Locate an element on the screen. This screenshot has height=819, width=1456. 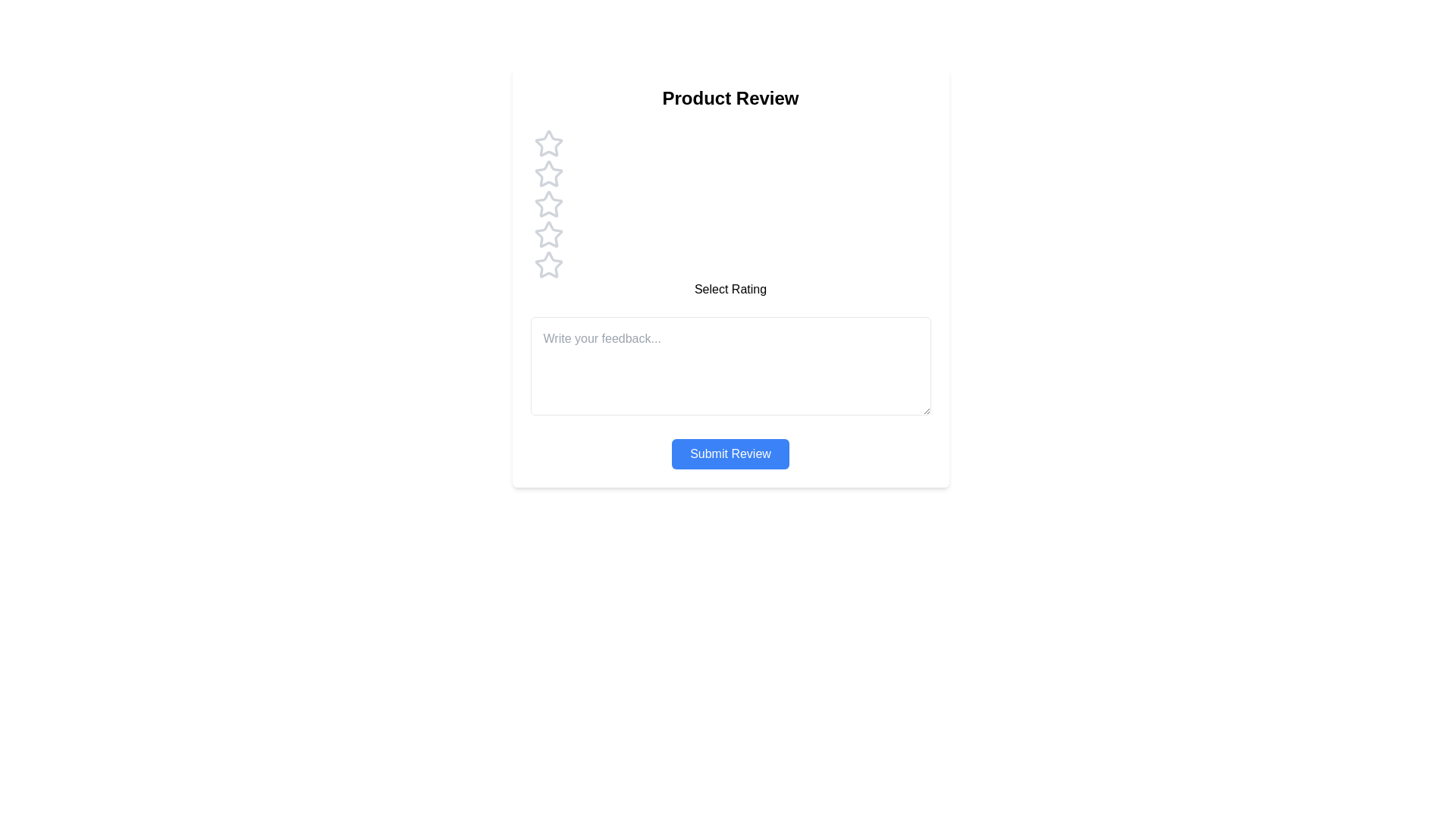
to select text within the multiline text input field located below 'Select Rating' and above the 'Submit Review' button is located at coordinates (730, 366).